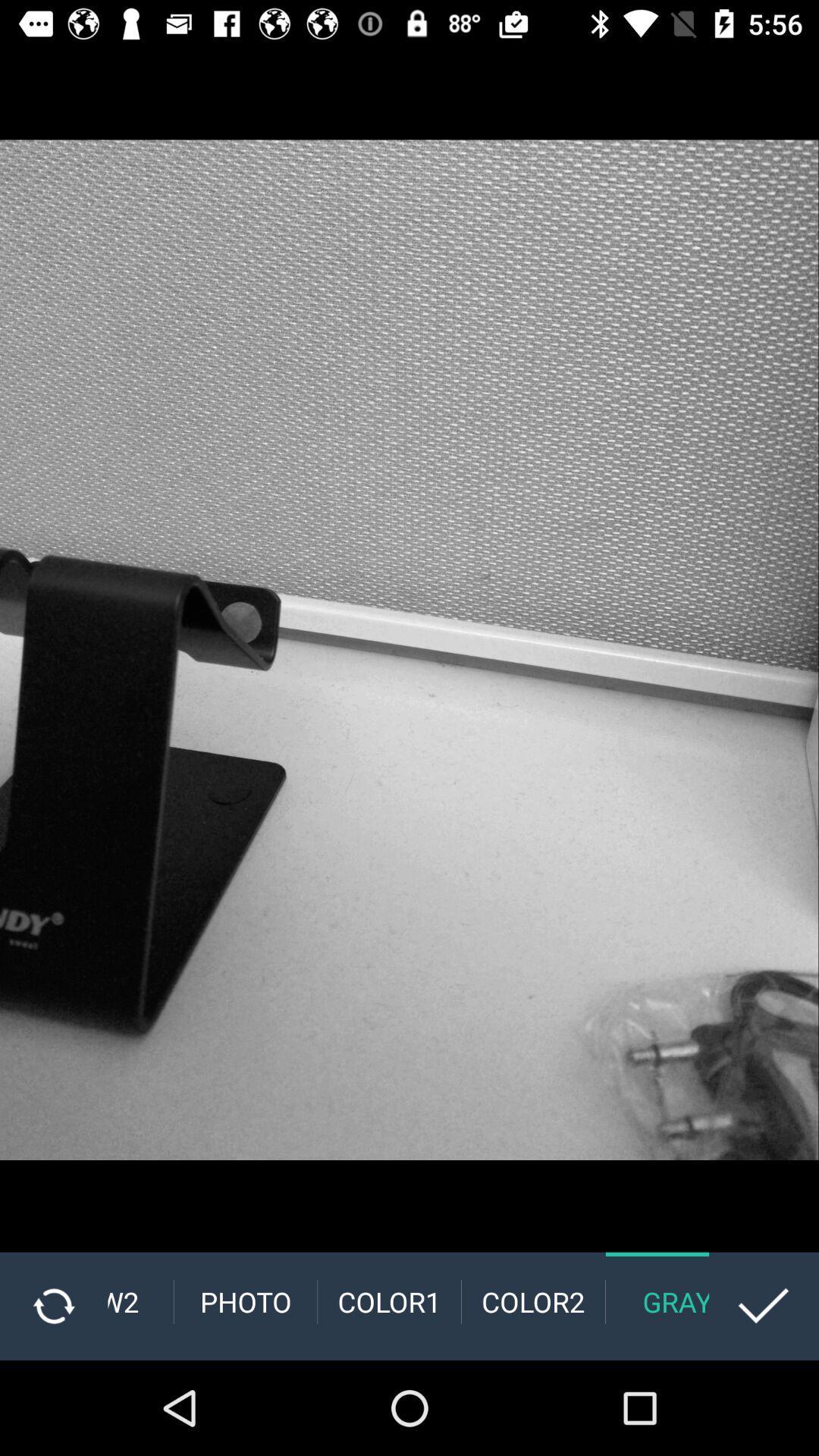  What do you see at coordinates (388, 1301) in the screenshot?
I see `color1 icon` at bounding box center [388, 1301].